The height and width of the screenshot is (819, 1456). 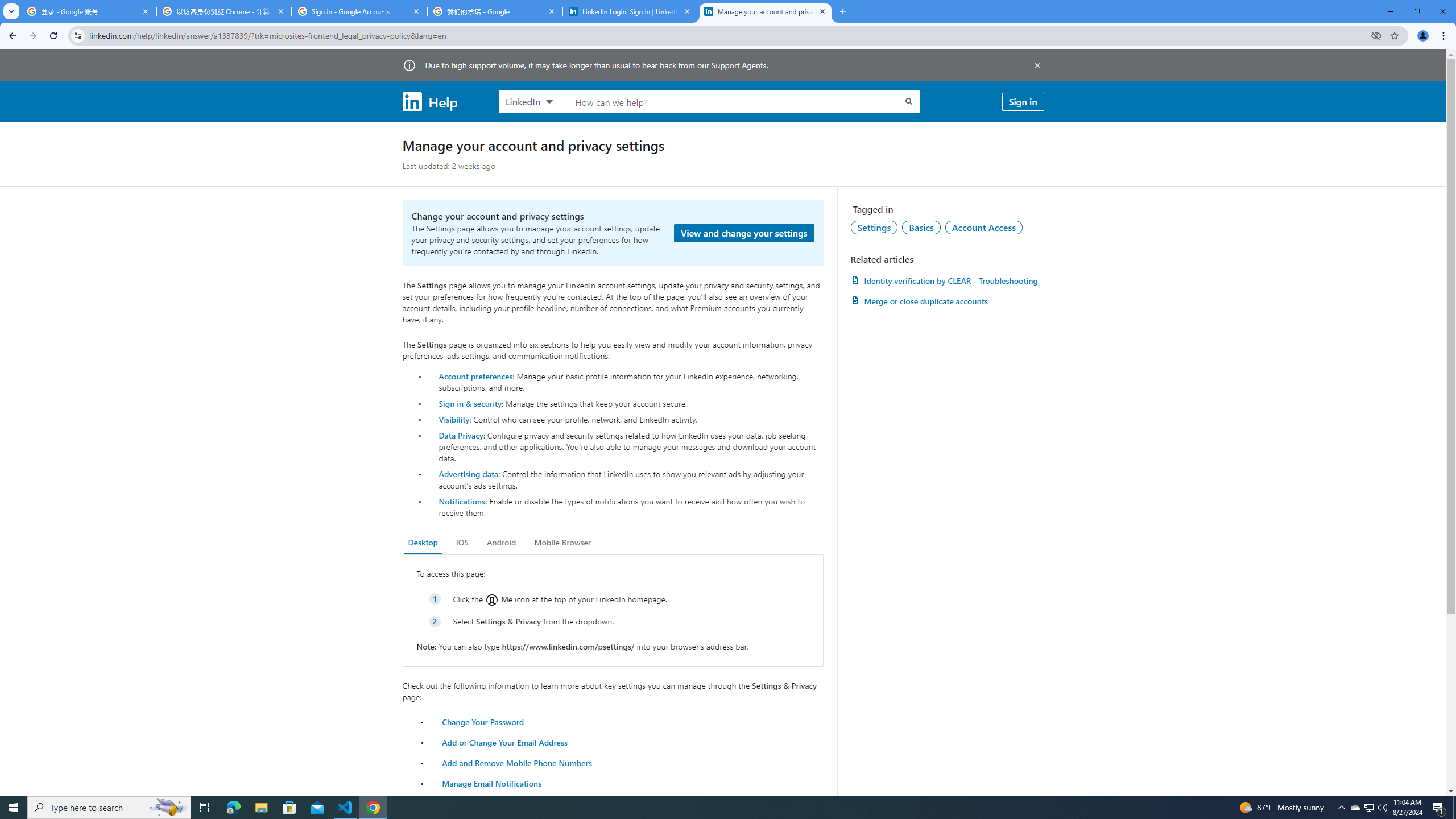 I want to click on 'Manage Email Notifications', so click(x=491, y=782).